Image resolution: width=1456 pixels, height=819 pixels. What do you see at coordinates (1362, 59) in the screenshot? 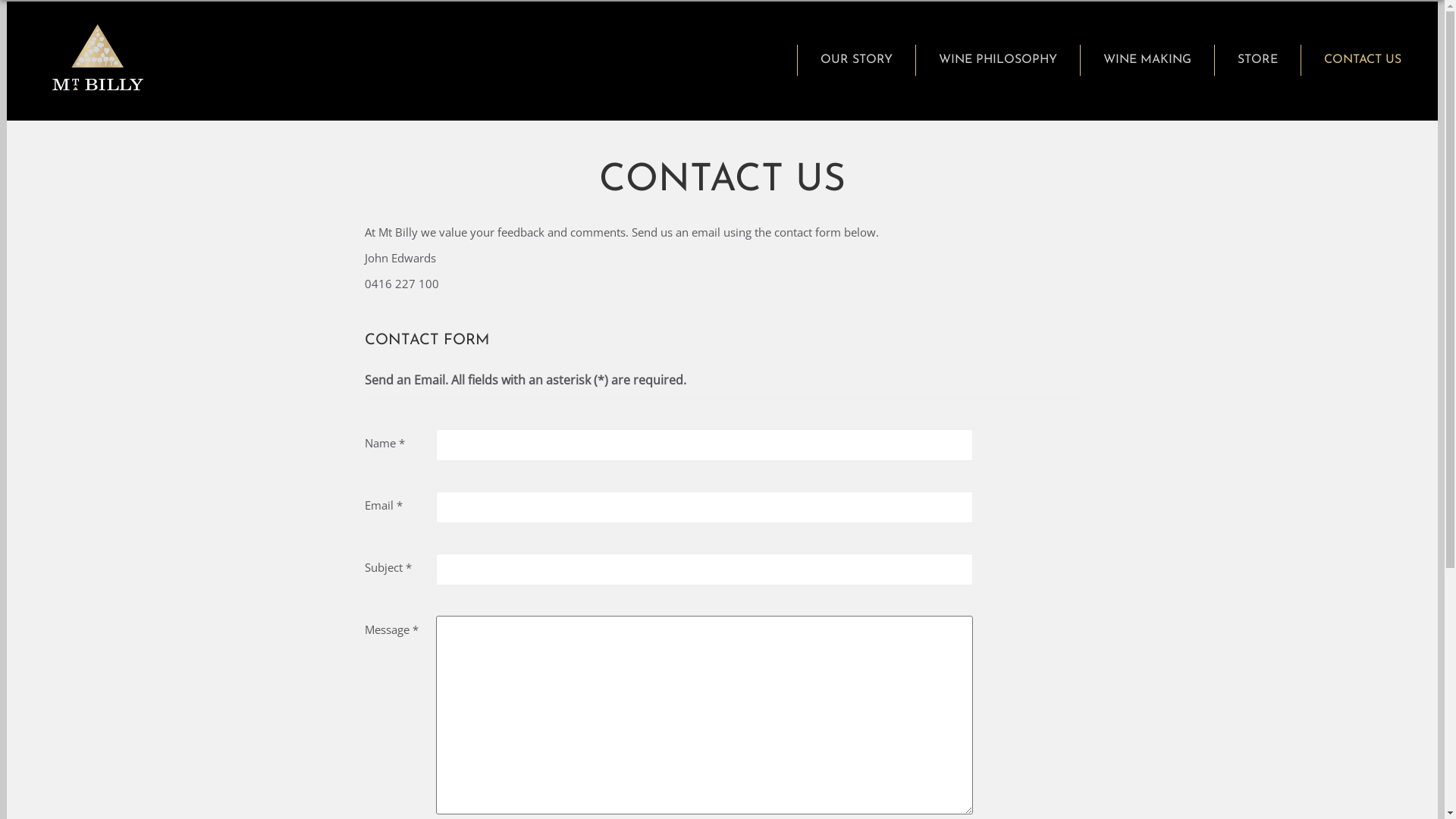
I see `'CONTACT US'` at bounding box center [1362, 59].